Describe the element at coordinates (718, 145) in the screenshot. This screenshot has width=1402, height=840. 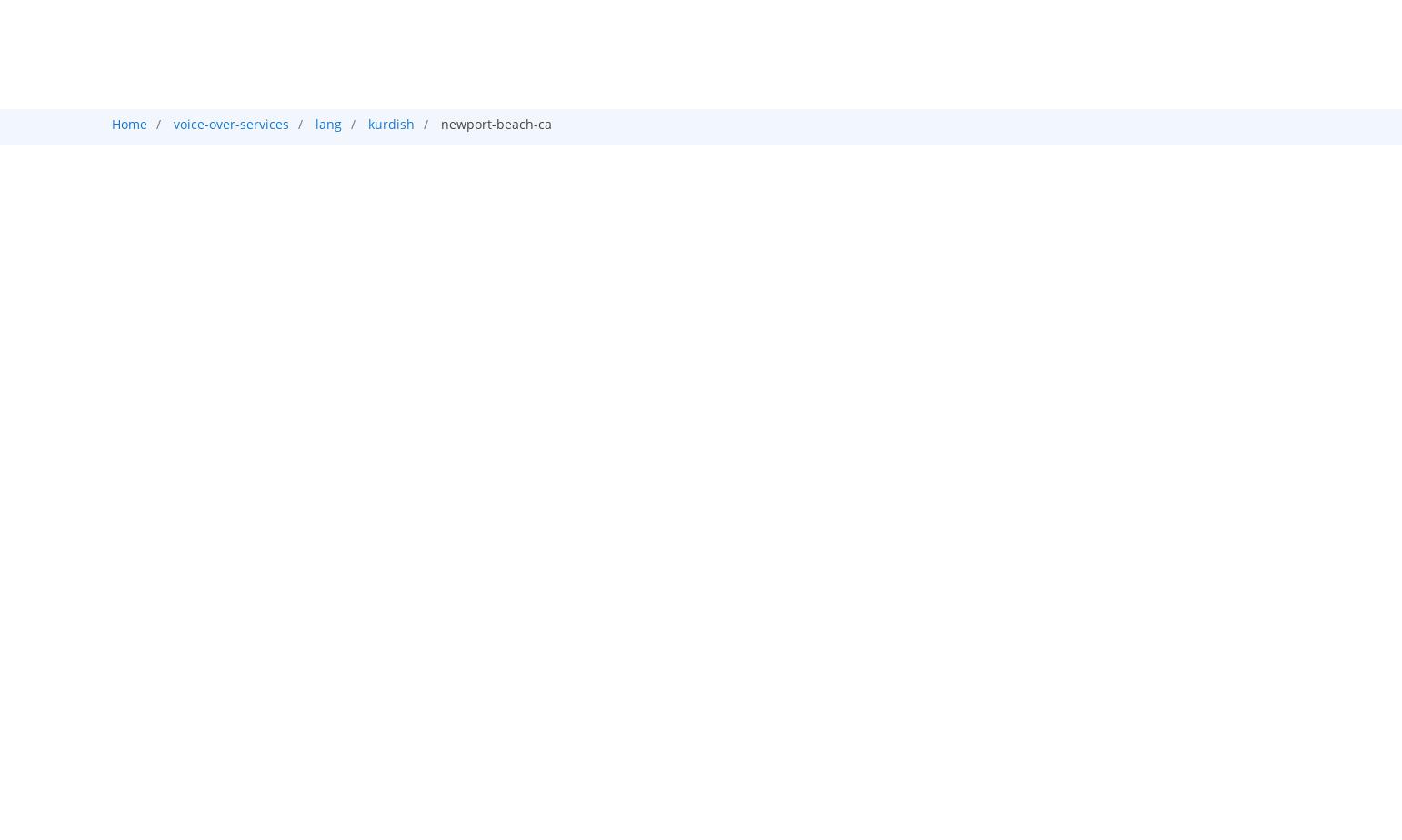
I see `'Gujarati'` at that location.